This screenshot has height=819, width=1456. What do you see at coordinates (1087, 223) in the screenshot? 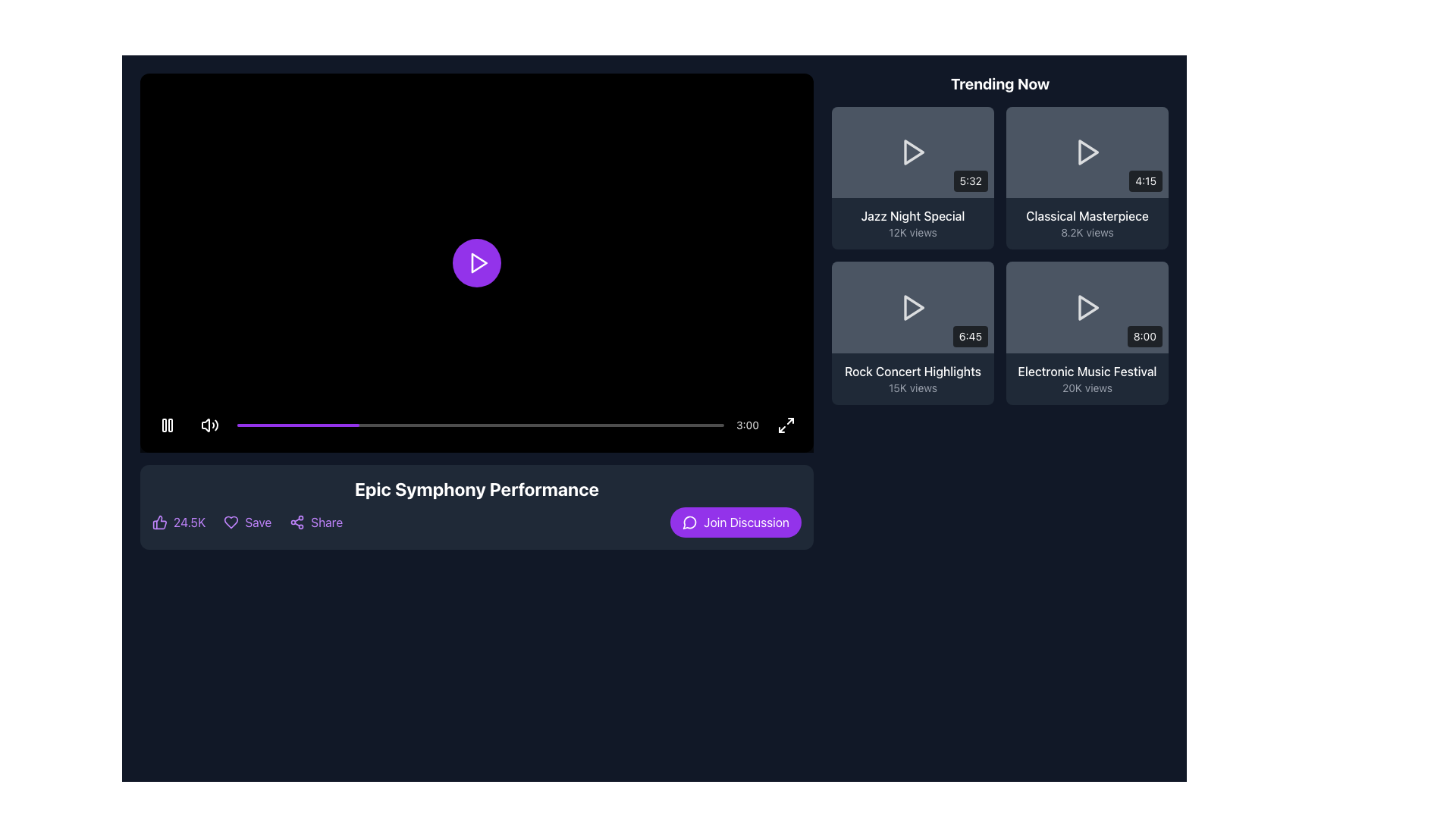
I see `the 'Classical Masterpiece' text element displaying '8.2K views' in the 'Trending Now' section` at bounding box center [1087, 223].